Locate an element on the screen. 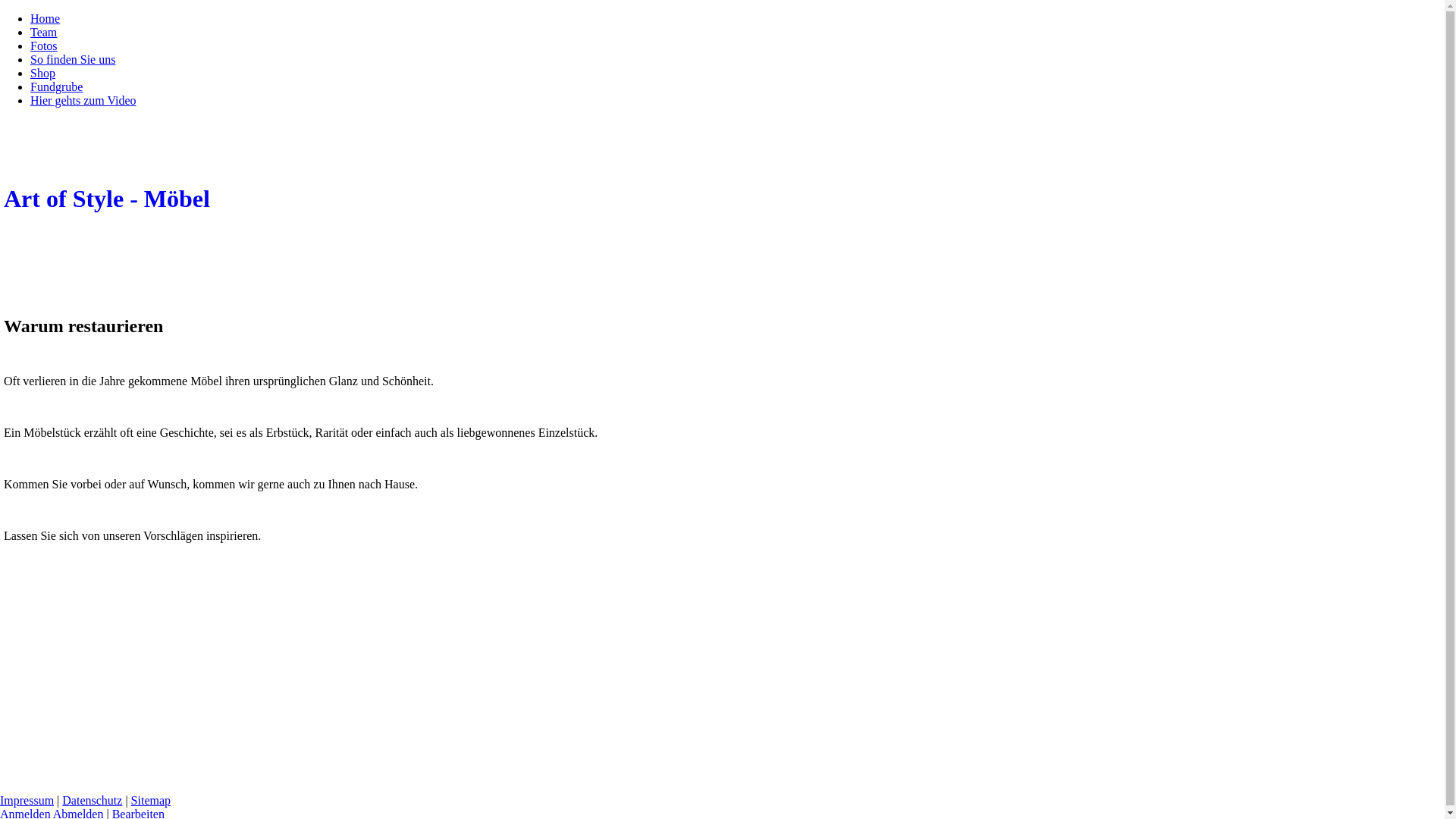  'Hier gehts zum Video' is located at coordinates (83, 100).